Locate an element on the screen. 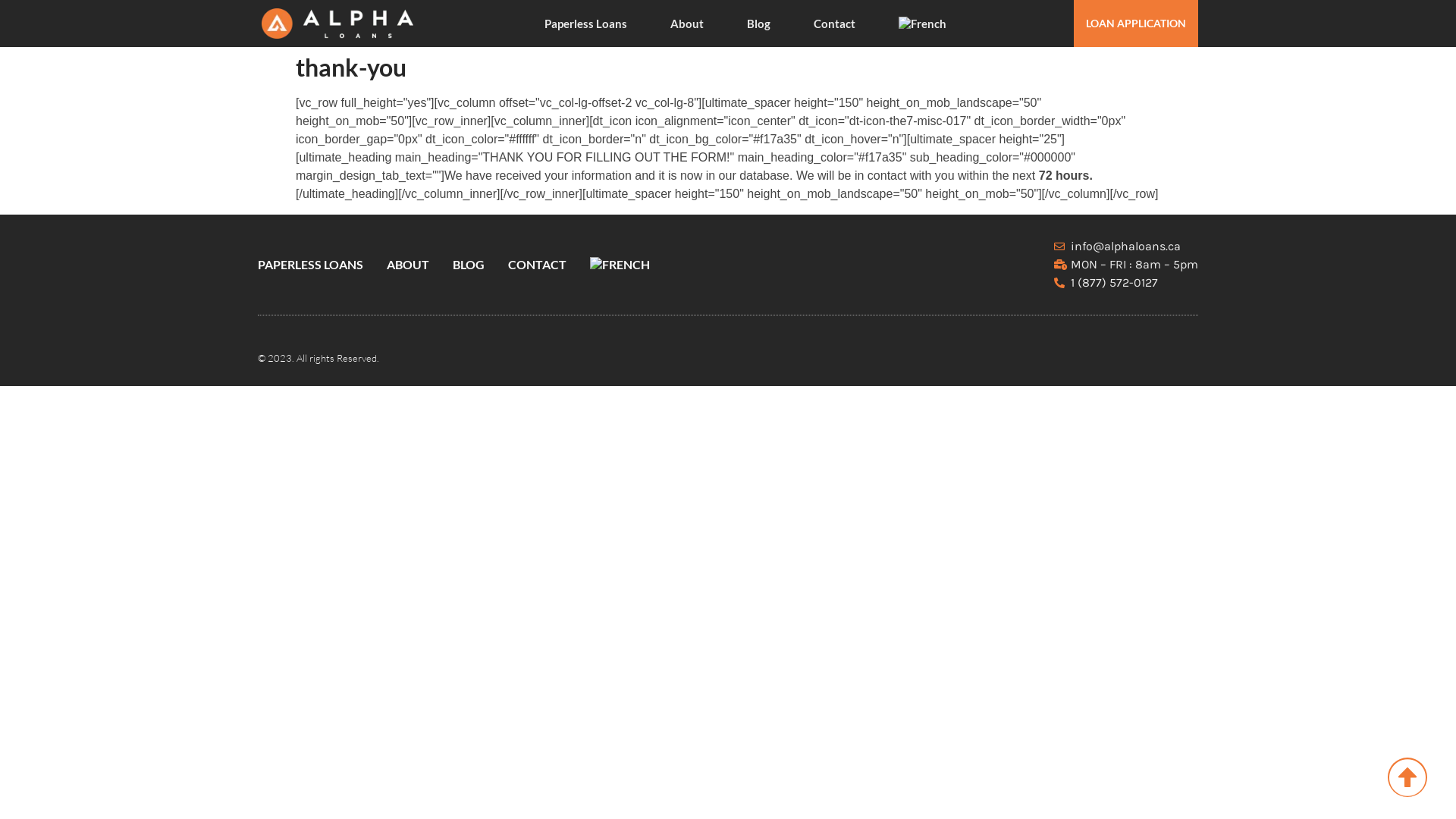 Image resolution: width=1456 pixels, height=819 pixels. '1 (877) 572-0127' is located at coordinates (1126, 283).